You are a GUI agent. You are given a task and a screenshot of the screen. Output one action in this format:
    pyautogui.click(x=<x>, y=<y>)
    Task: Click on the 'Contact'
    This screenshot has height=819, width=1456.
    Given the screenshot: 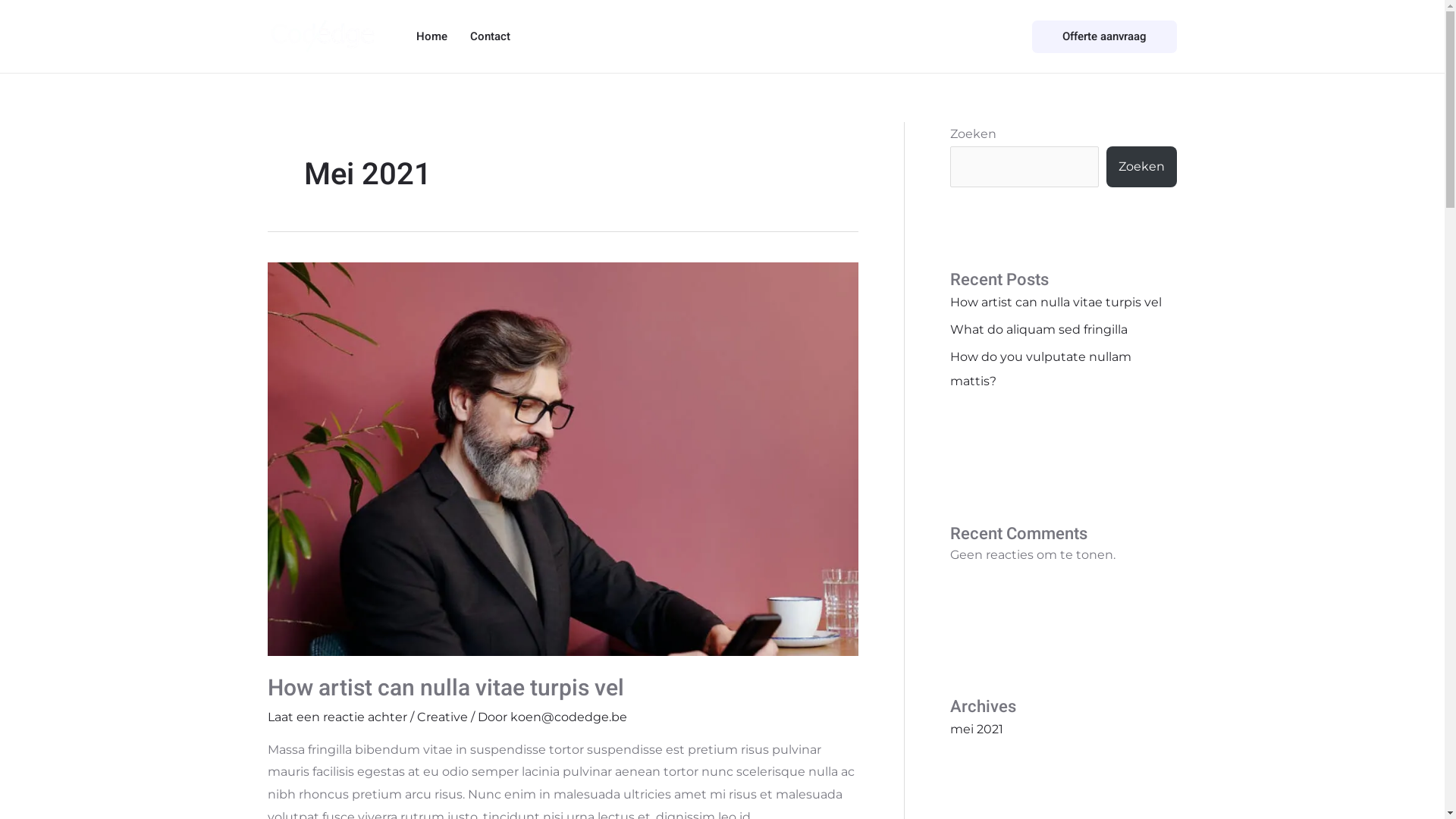 What is the action you would take?
    pyautogui.click(x=489, y=35)
    